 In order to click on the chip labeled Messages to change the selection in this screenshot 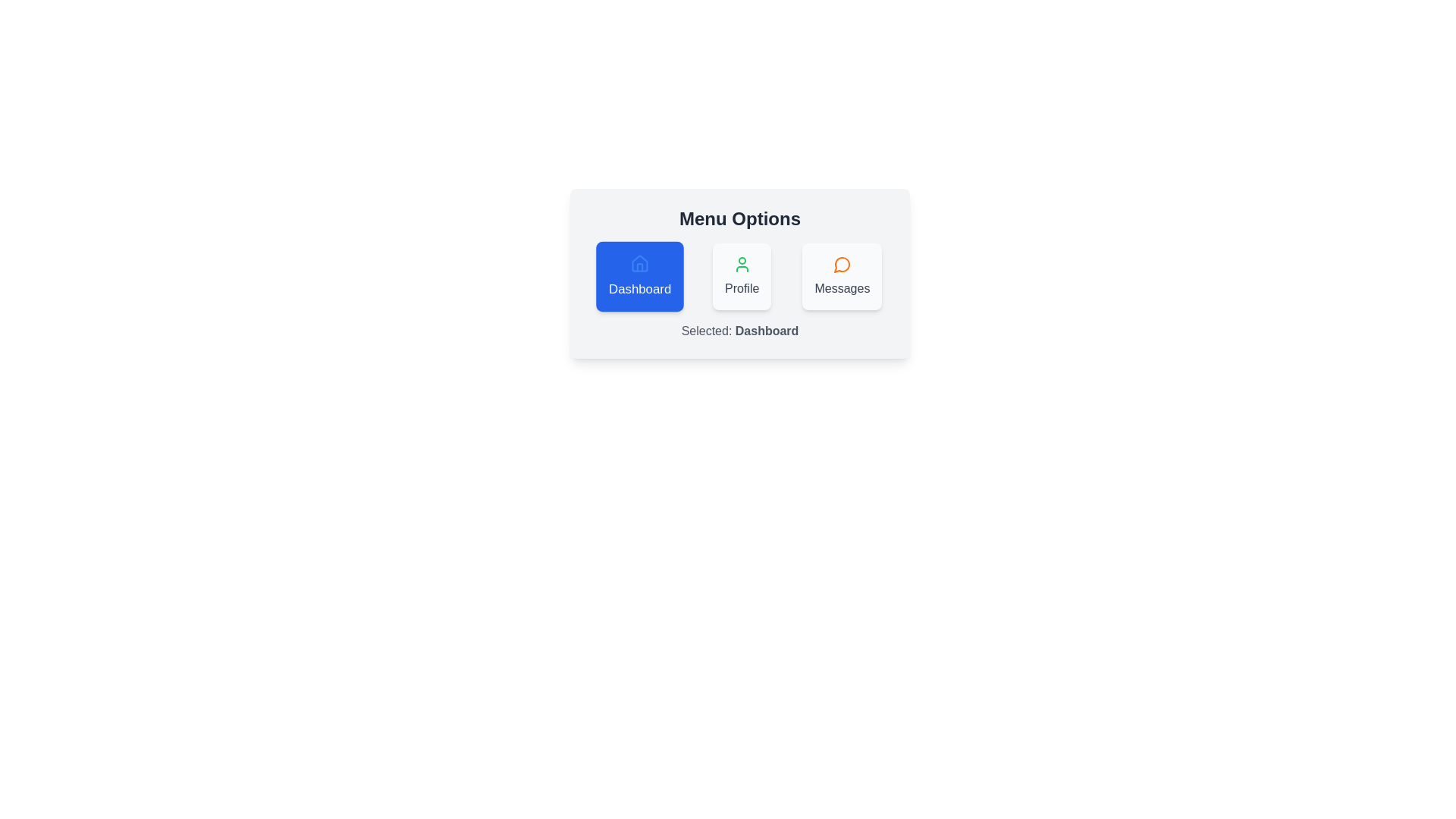, I will do `click(841, 277)`.